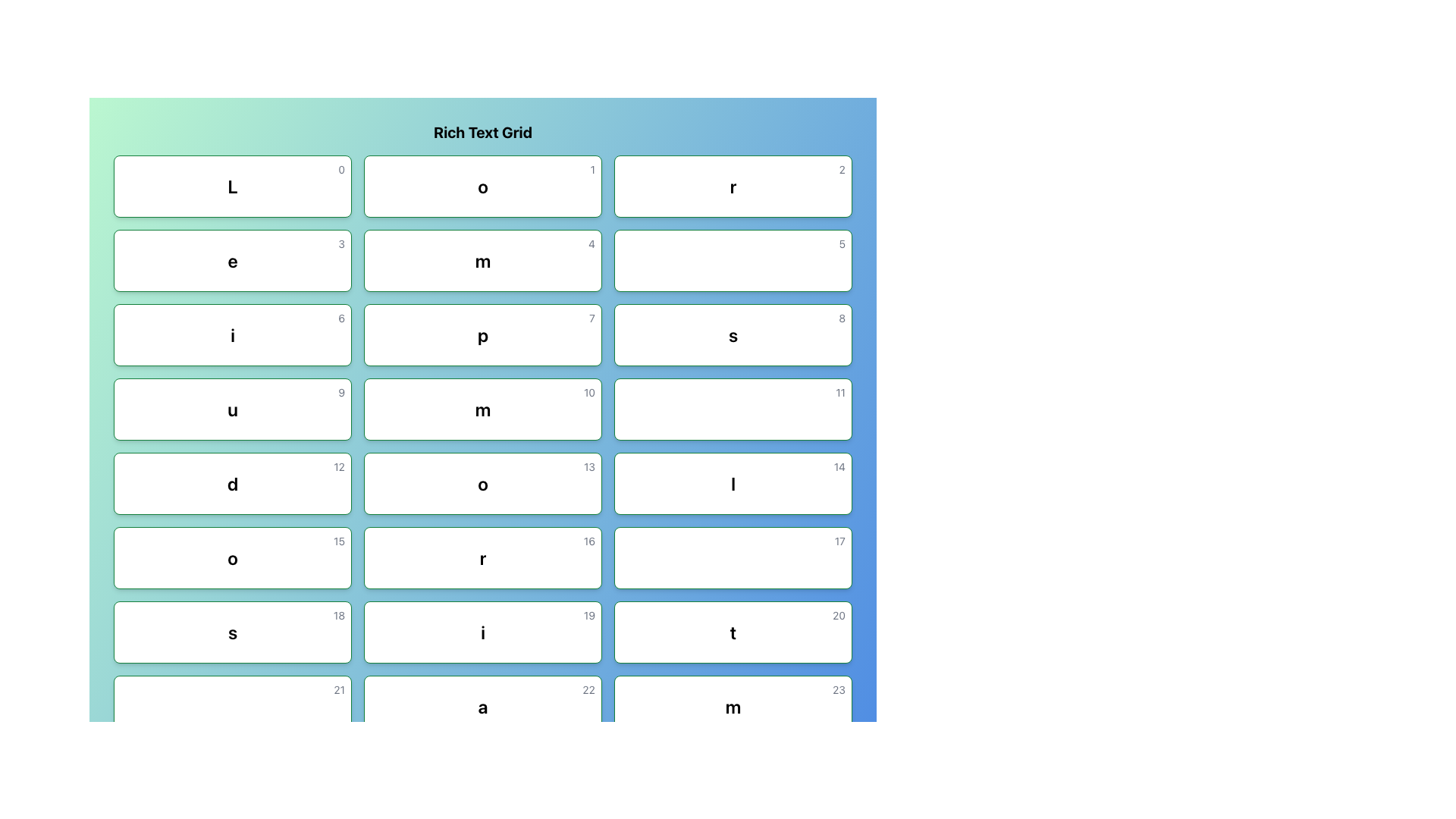 The width and height of the screenshot is (1456, 819). I want to click on the text element displaying the letter 'm' located in the last cell of the grid (row six, column four) by clicking on it, so click(733, 707).